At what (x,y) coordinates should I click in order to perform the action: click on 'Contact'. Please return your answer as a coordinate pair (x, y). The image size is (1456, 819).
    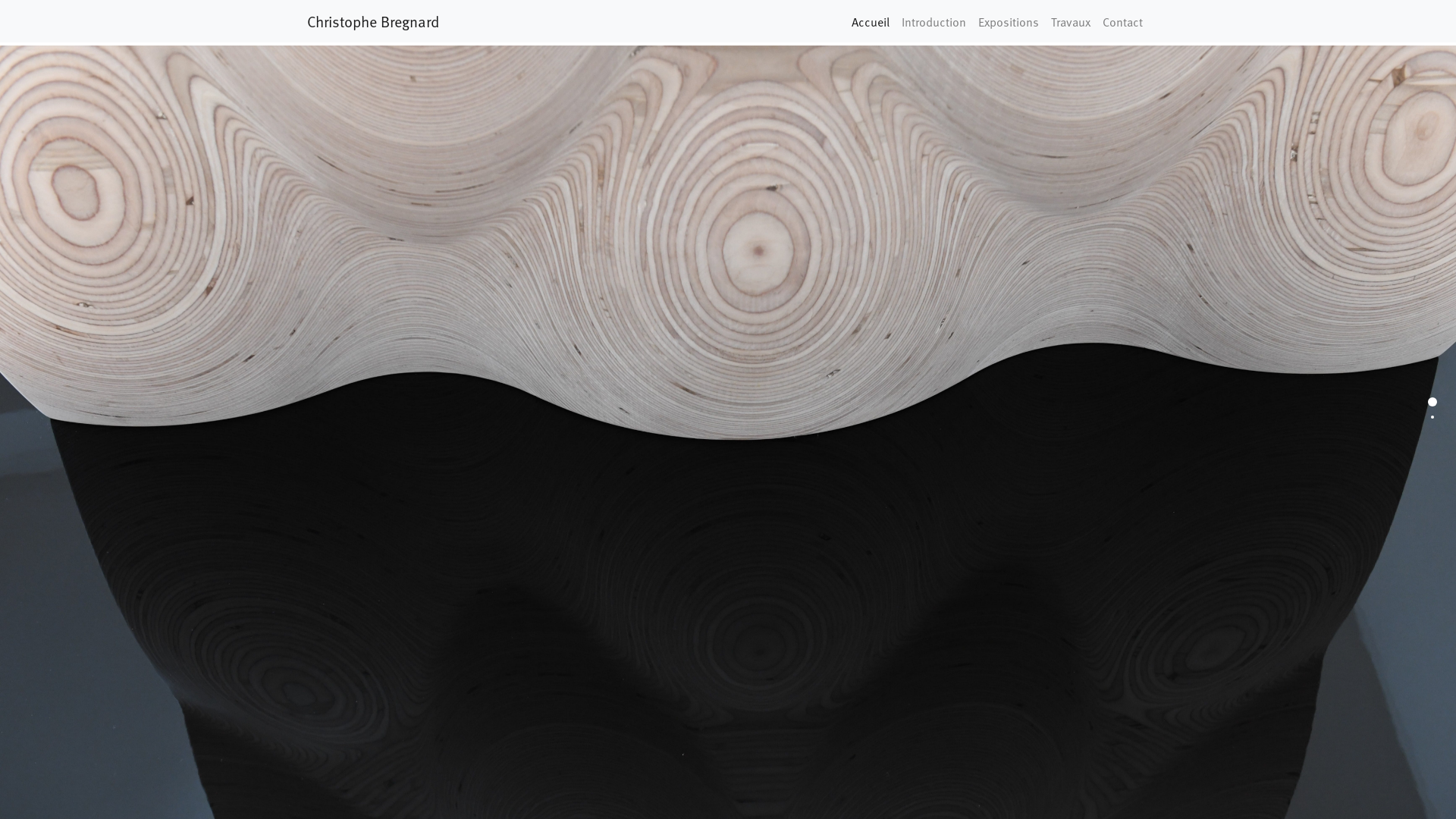
    Looking at the image, I should click on (1122, 20).